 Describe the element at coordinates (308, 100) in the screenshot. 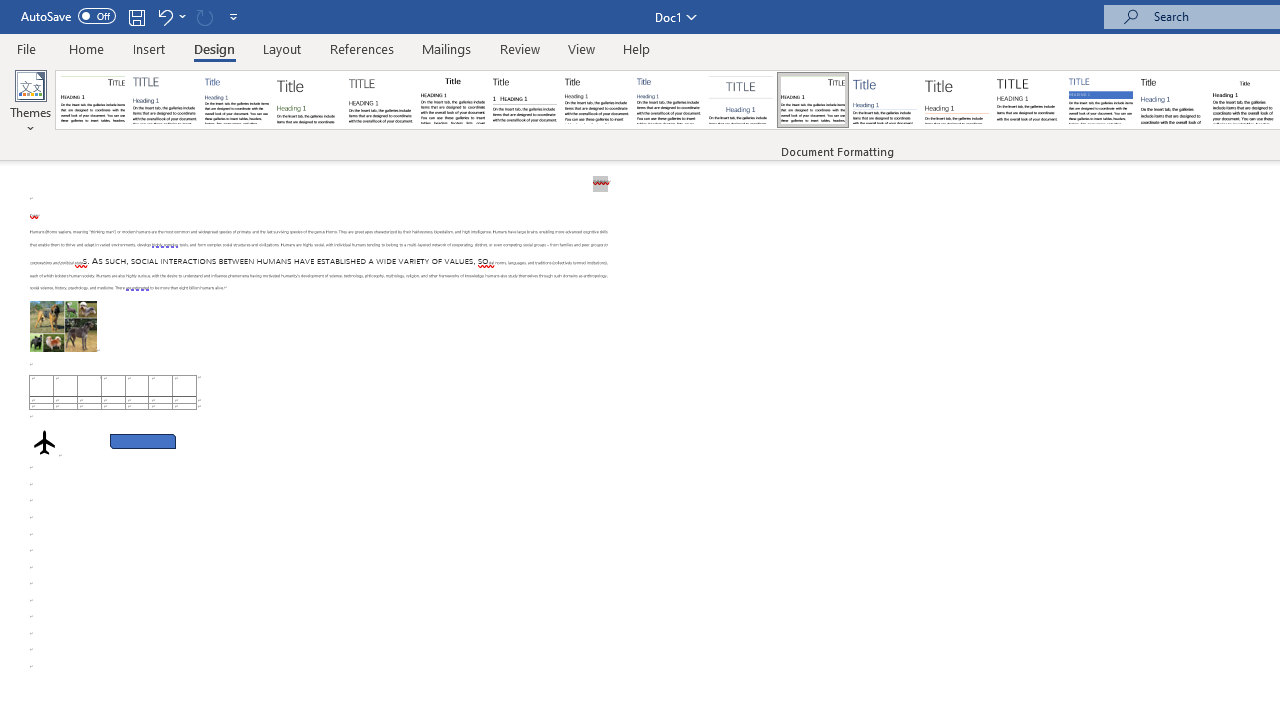

I see `'Basic (Stylish)'` at that location.